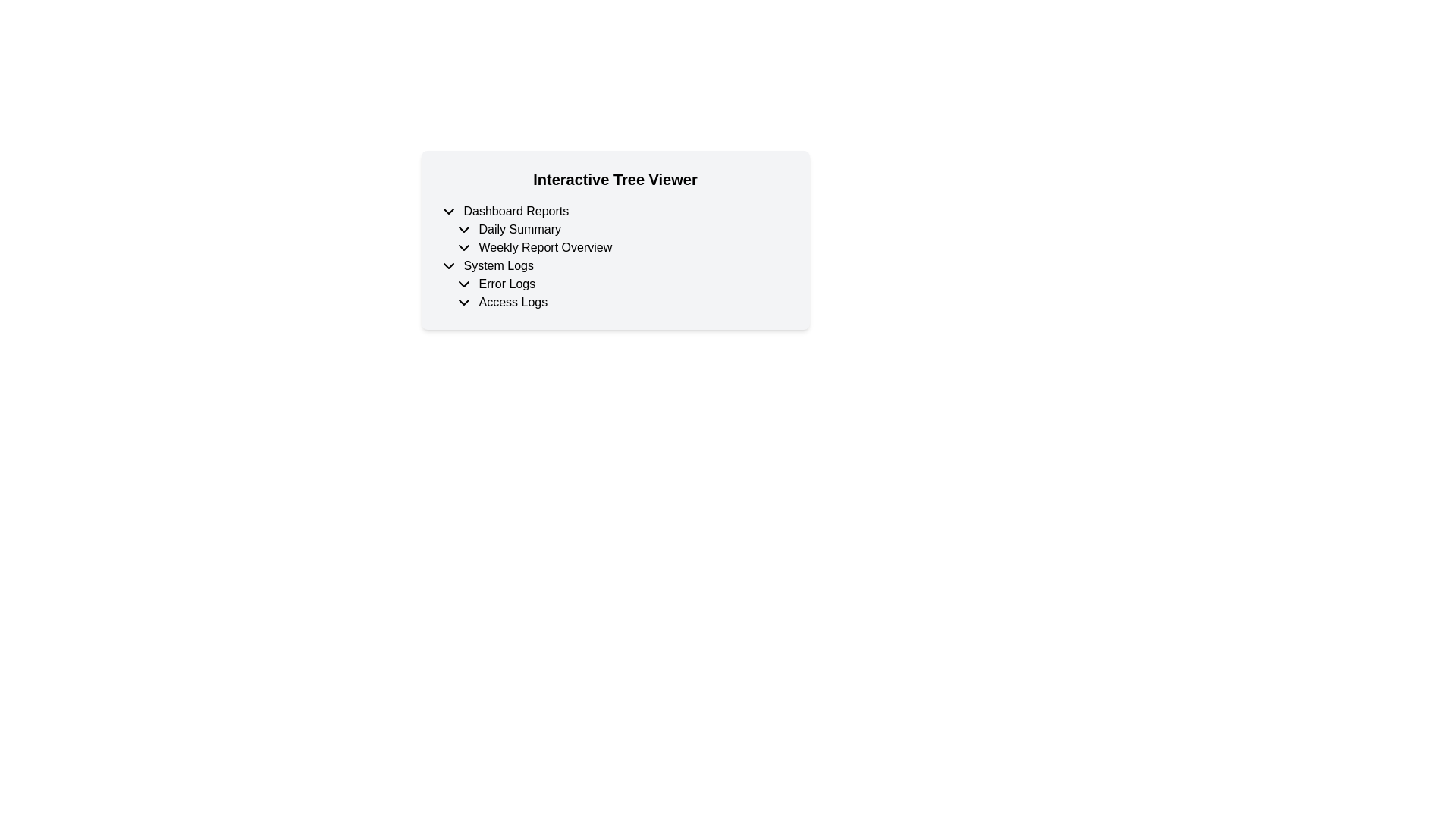  Describe the element at coordinates (516, 211) in the screenshot. I see `the 'Dashboard Reports' header in the tree view interface, which serves as a title for expandable subsections` at that location.